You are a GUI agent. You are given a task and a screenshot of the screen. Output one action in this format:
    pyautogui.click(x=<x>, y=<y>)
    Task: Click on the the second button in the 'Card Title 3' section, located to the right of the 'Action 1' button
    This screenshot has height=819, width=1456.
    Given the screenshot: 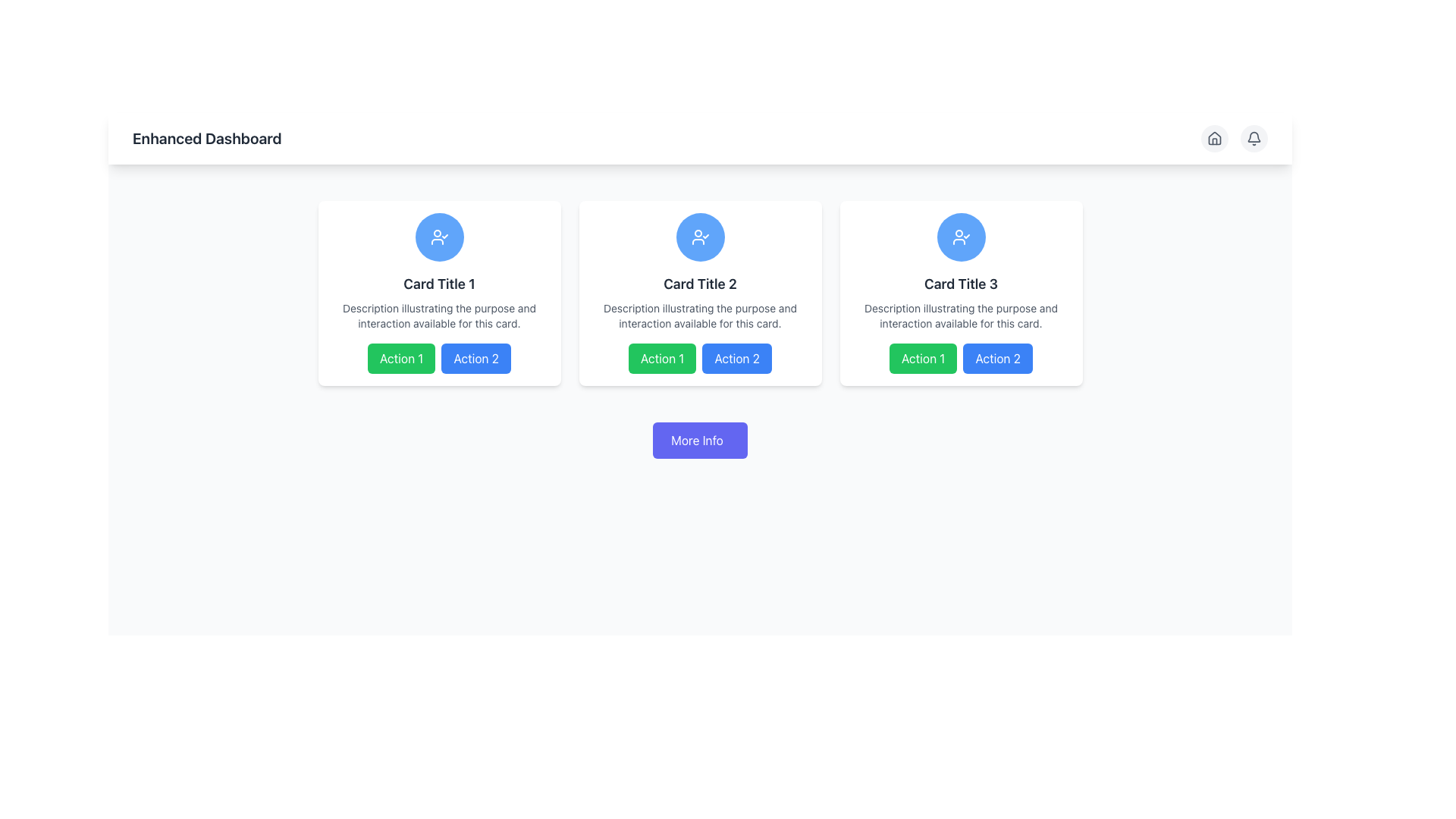 What is the action you would take?
    pyautogui.click(x=997, y=359)
    